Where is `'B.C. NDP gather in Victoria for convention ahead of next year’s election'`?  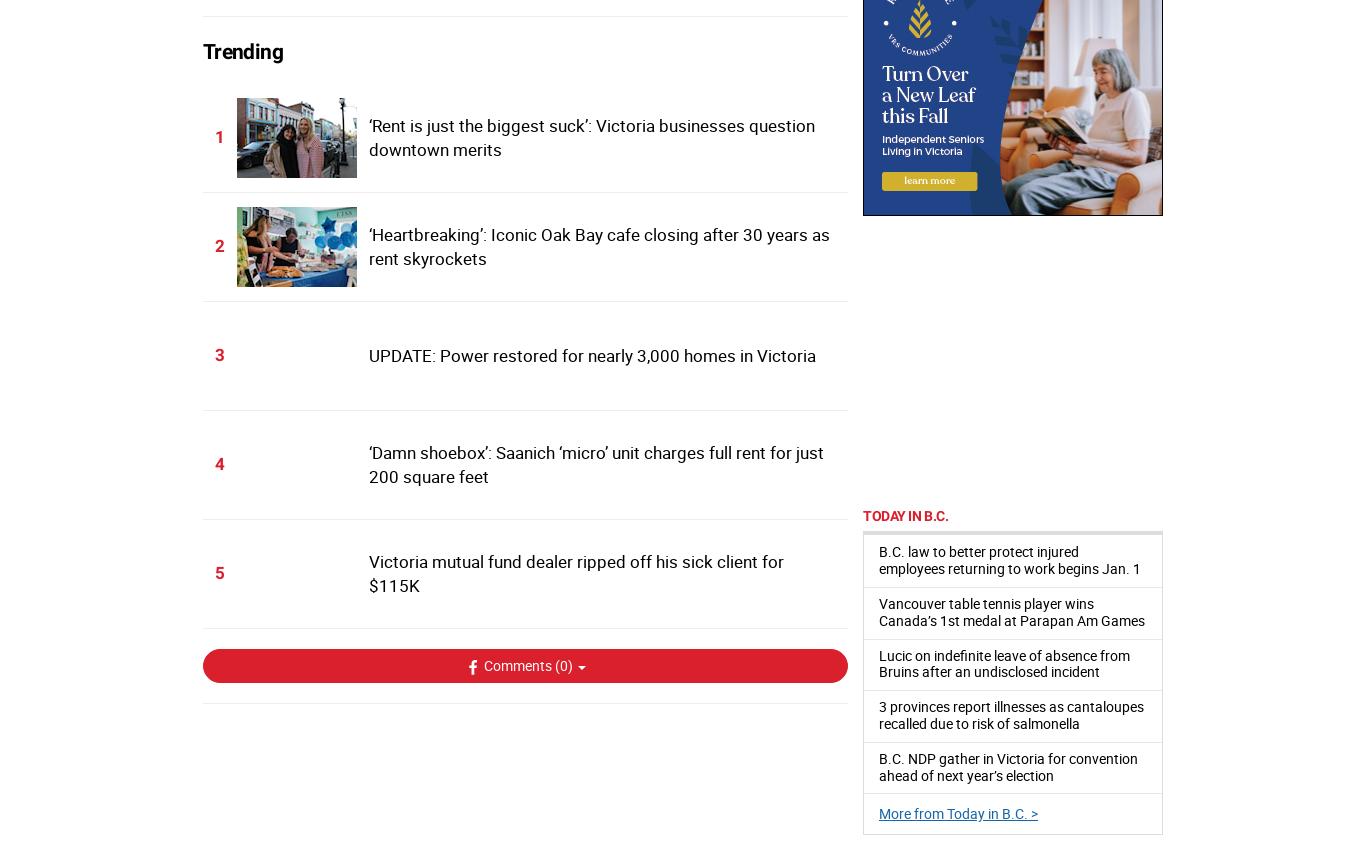
'B.C. NDP gather in Victoria for convention ahead of next year’s election' is located at coordinates (878, 765).